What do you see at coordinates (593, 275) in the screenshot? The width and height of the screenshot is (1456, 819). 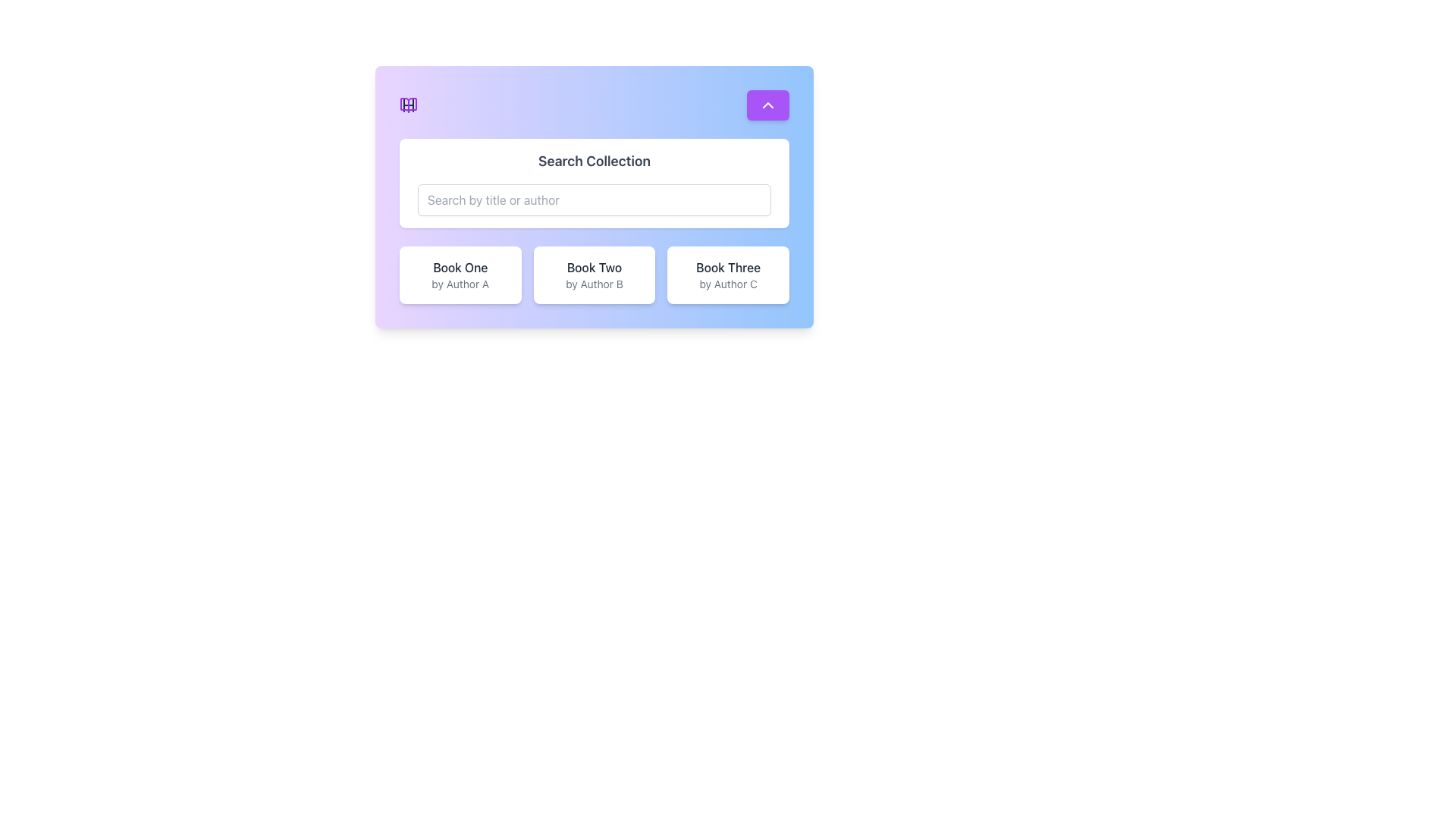 I see `the informational card displaying details about a specific book, located in the middle column of a three-column grid layout` at bounding box center [593, 275].